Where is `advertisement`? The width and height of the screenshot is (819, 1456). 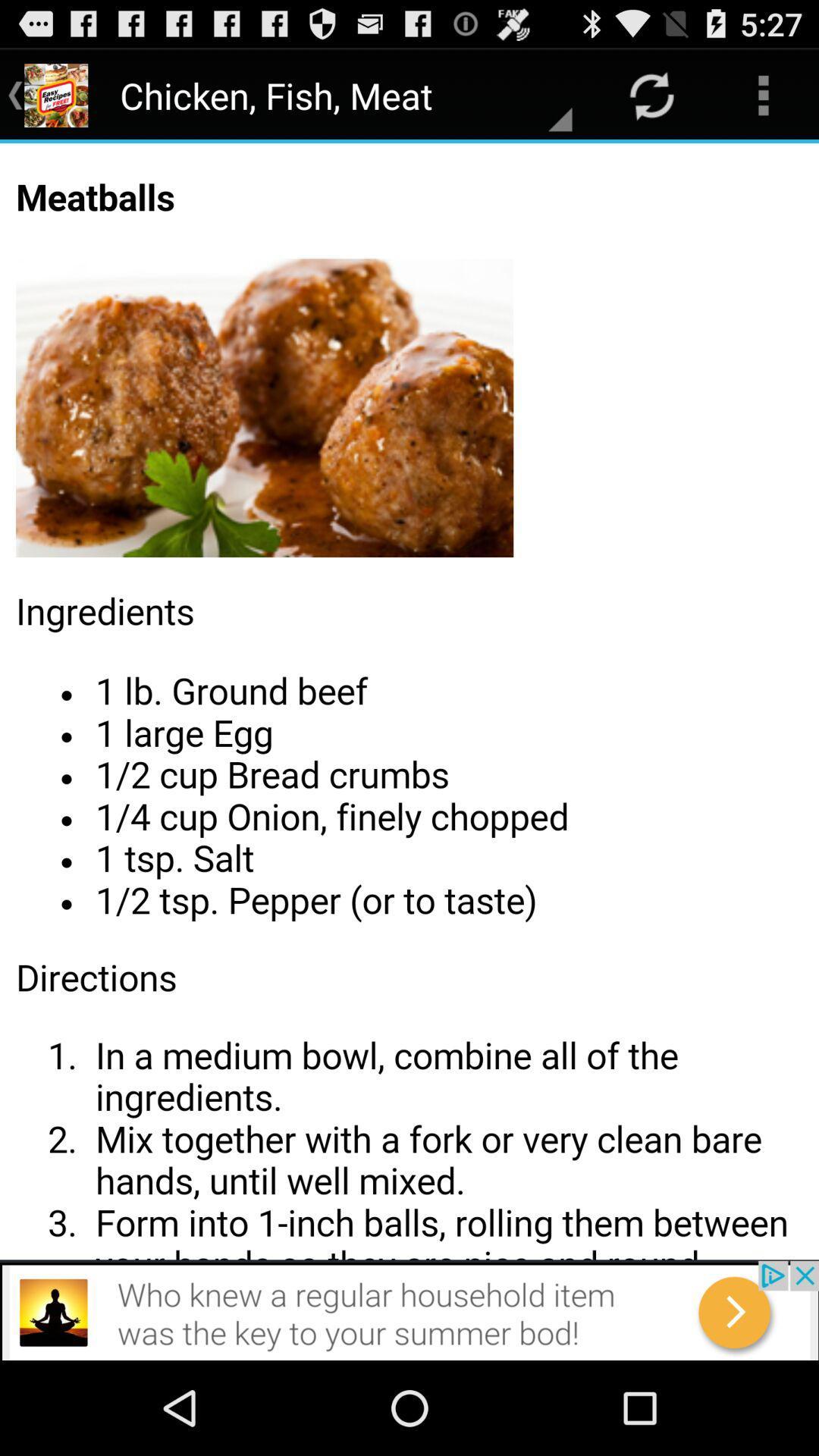 advertisement is located at coordinates (409, 1310).